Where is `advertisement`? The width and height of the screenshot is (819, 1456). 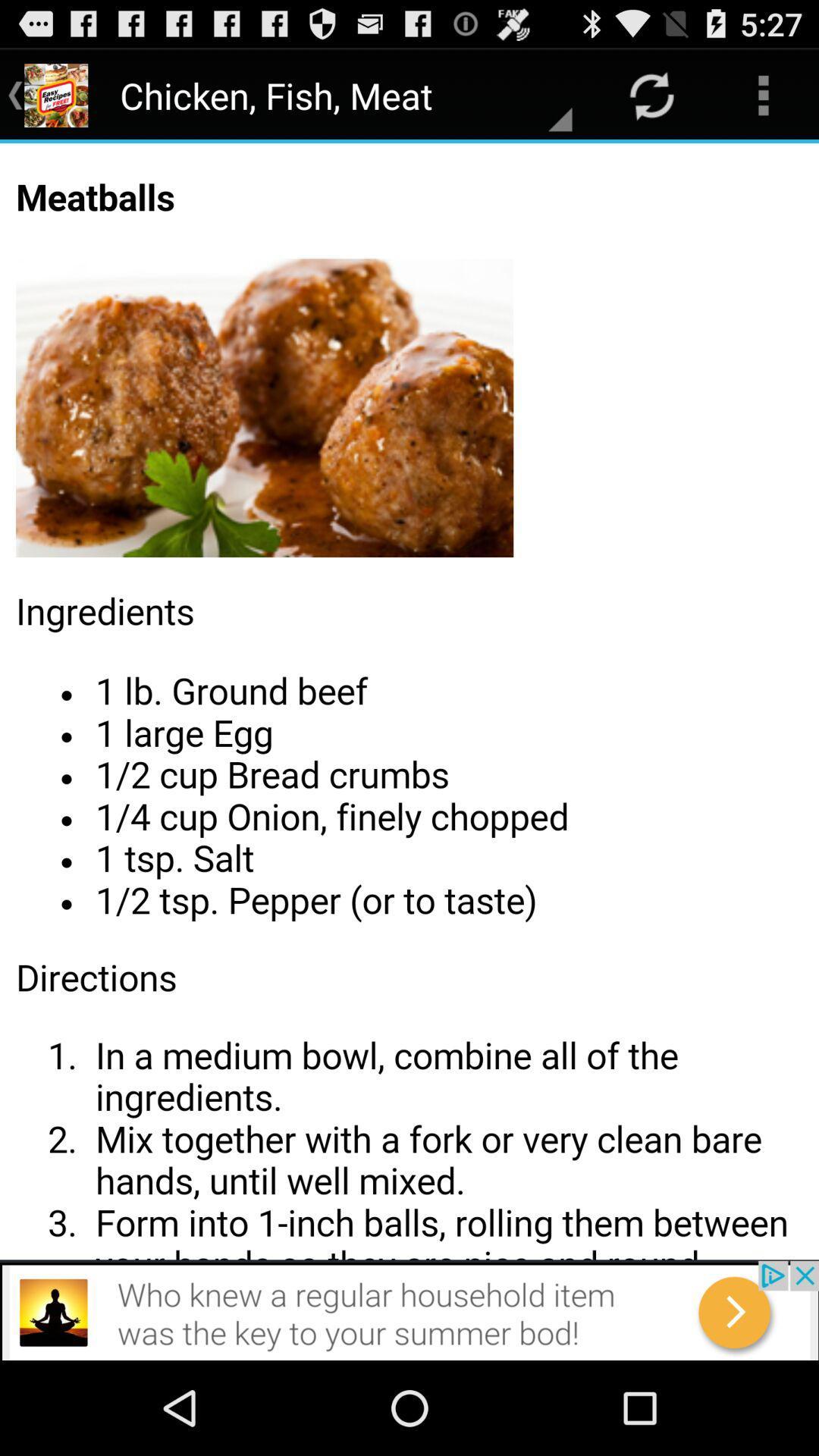 advertisement is located at coordinates (409, 1310).